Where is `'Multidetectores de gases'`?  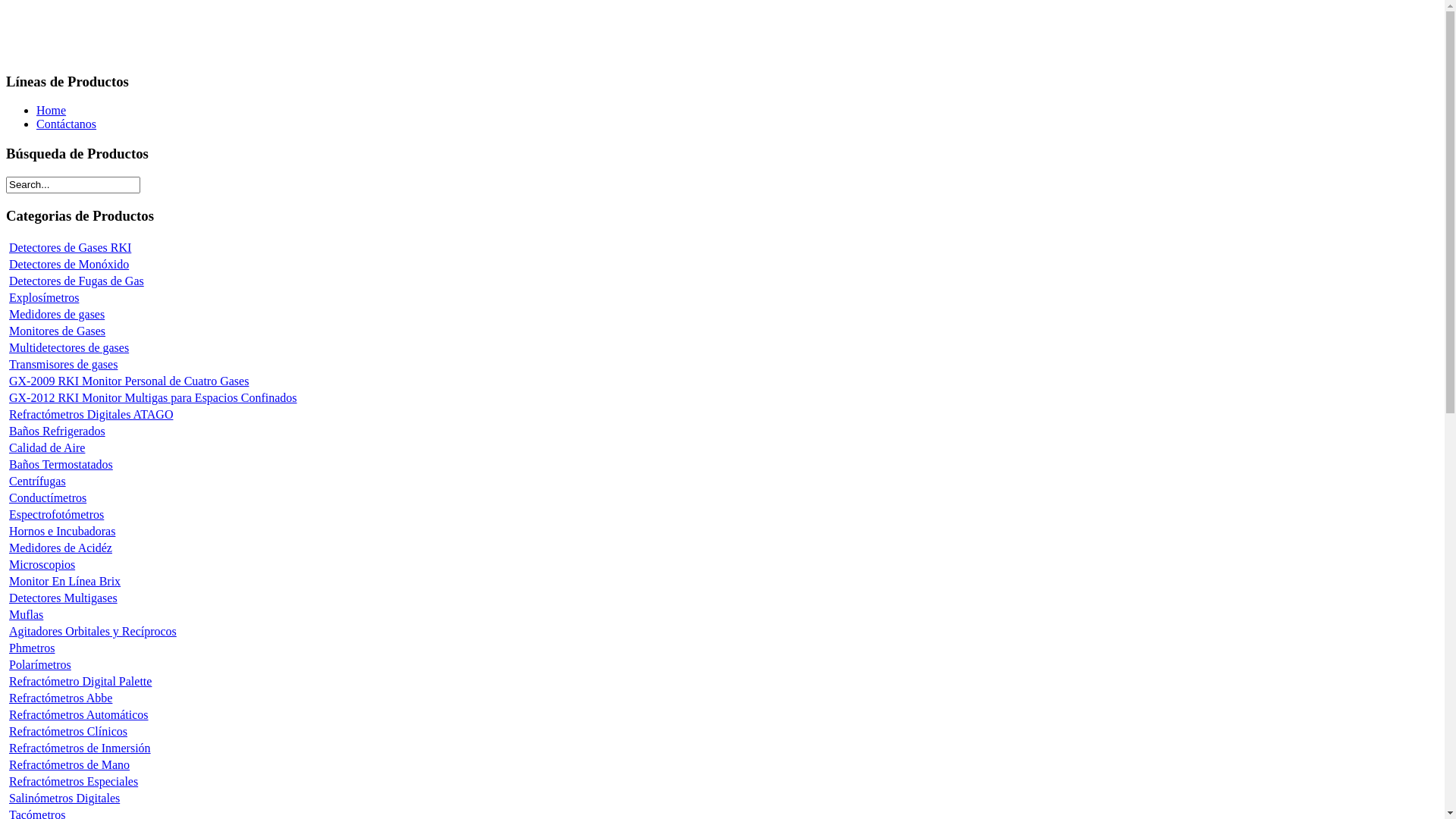 'Multidetectores de gases' is located at coordinates (9, 347).